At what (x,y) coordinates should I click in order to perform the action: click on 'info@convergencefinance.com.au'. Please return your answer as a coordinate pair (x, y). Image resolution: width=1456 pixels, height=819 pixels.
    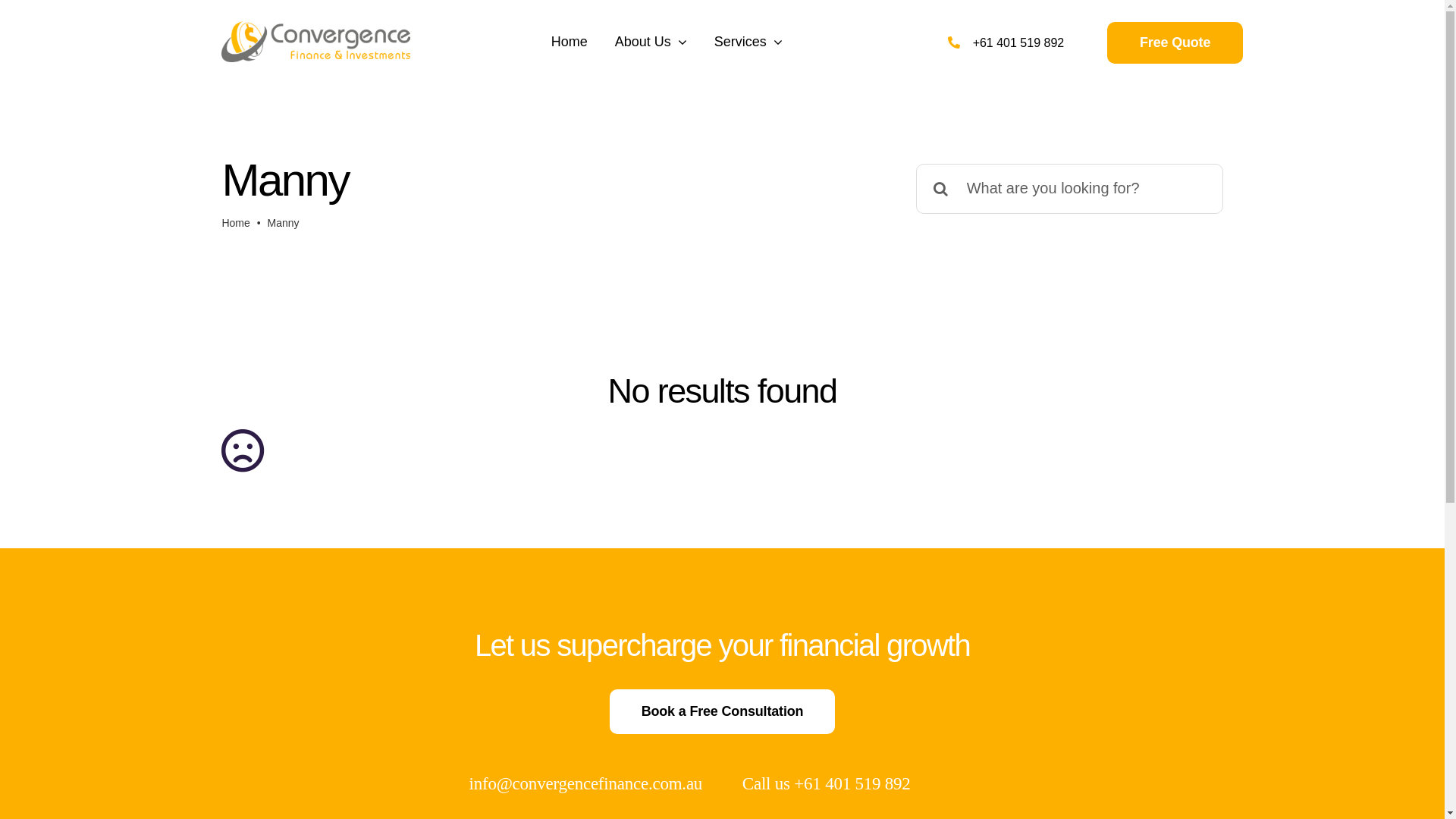
    Looking at the image, I should click on (585, 783).